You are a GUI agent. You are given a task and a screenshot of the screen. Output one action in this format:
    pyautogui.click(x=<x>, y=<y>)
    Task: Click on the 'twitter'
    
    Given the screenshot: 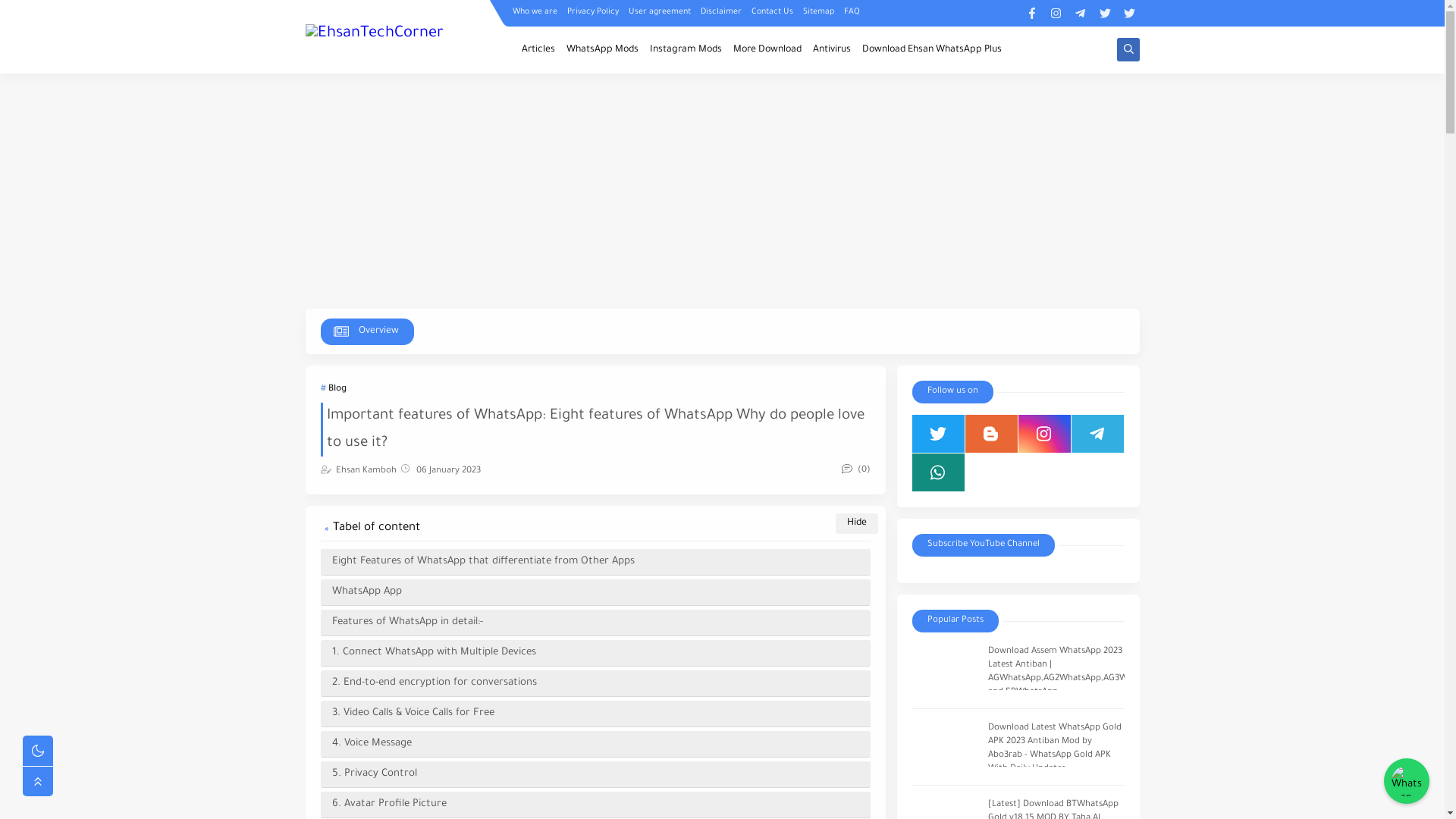 What is the action you would take?
    pyautogui.click(x=1119, y=13)
    